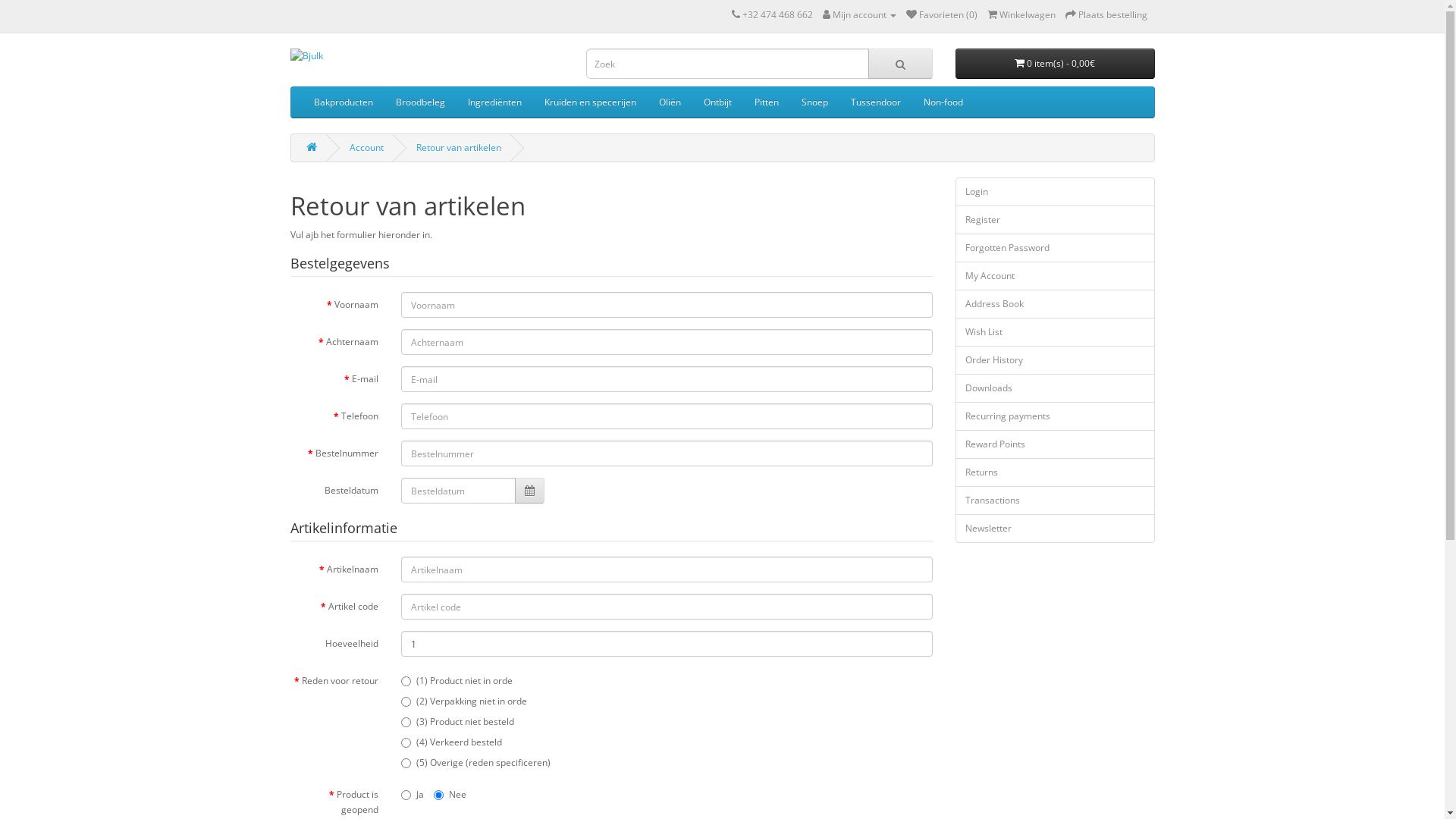 This screenshot has width=1456, height=819. What do you see at coordinates (940, 14) in the screenshot?
I see `'Favorieten (0)'` at bounding box center [940, 14].